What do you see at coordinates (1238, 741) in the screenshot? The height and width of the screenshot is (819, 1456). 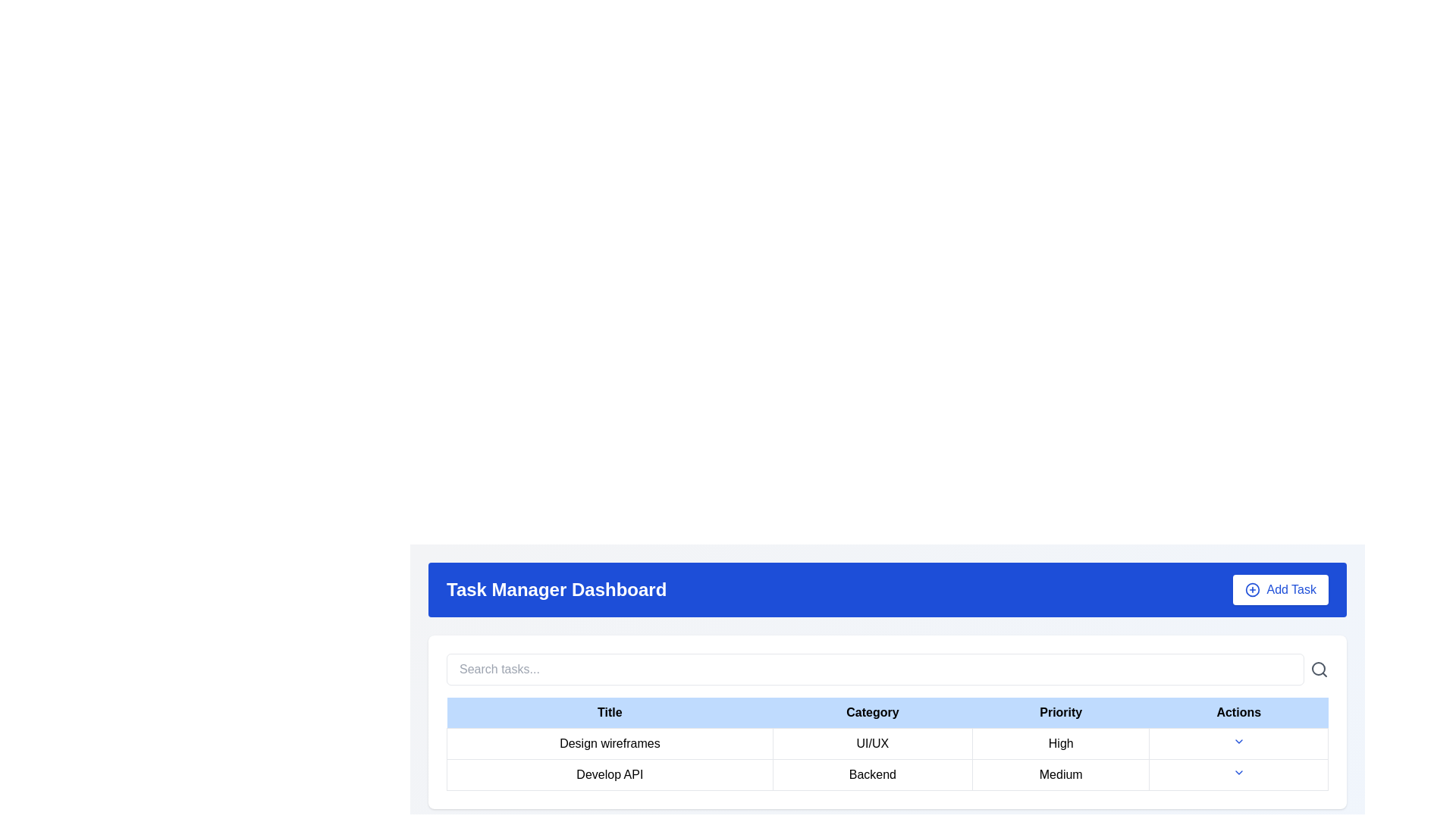 I see `the small downward-pointing chevron icon in the 'Actions' column of the second row of the table in the dashboard interface to change its color` at bounding box center [1238, 741].